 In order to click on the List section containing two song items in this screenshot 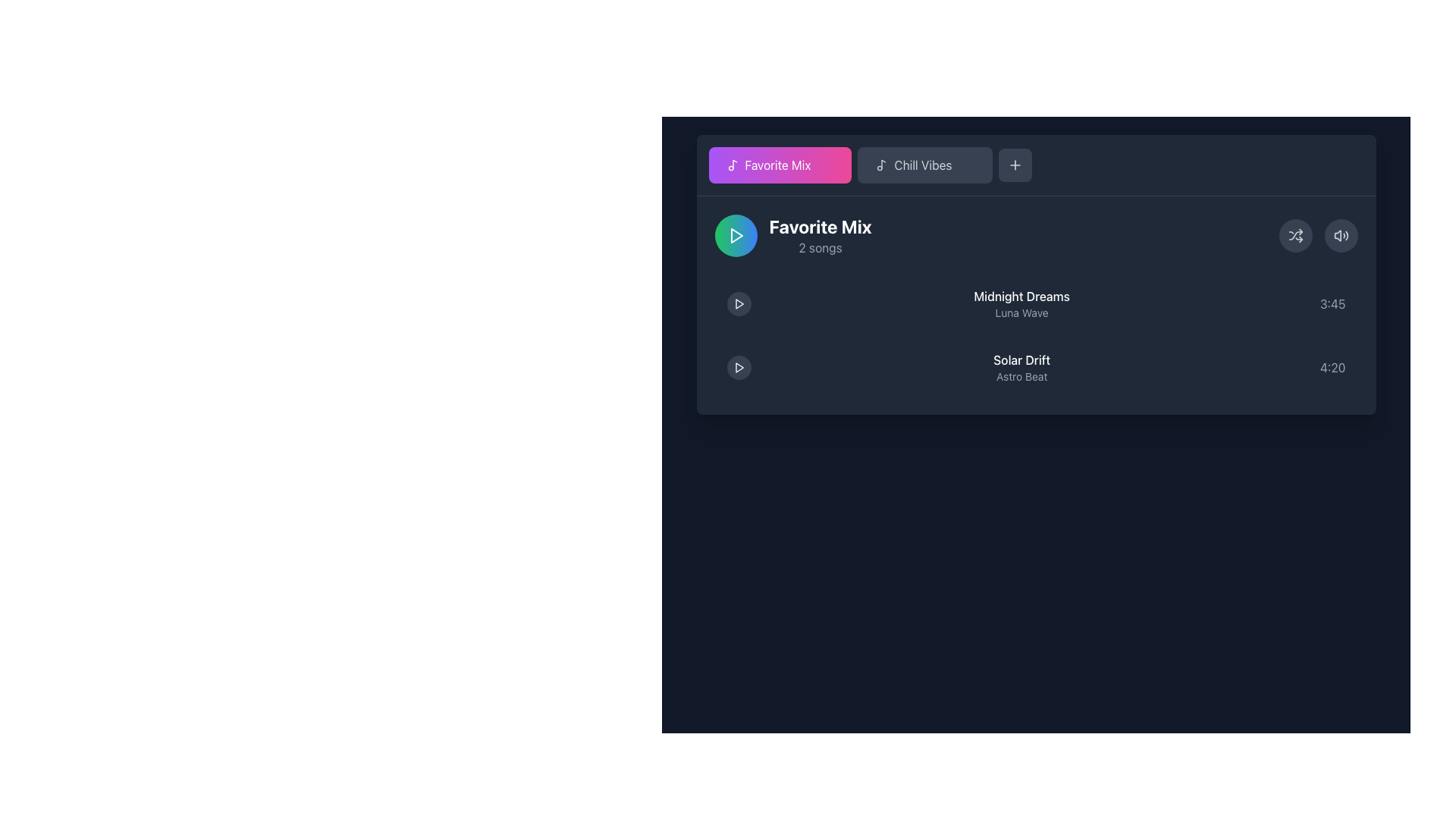, I will do `click(1035, 305)`.